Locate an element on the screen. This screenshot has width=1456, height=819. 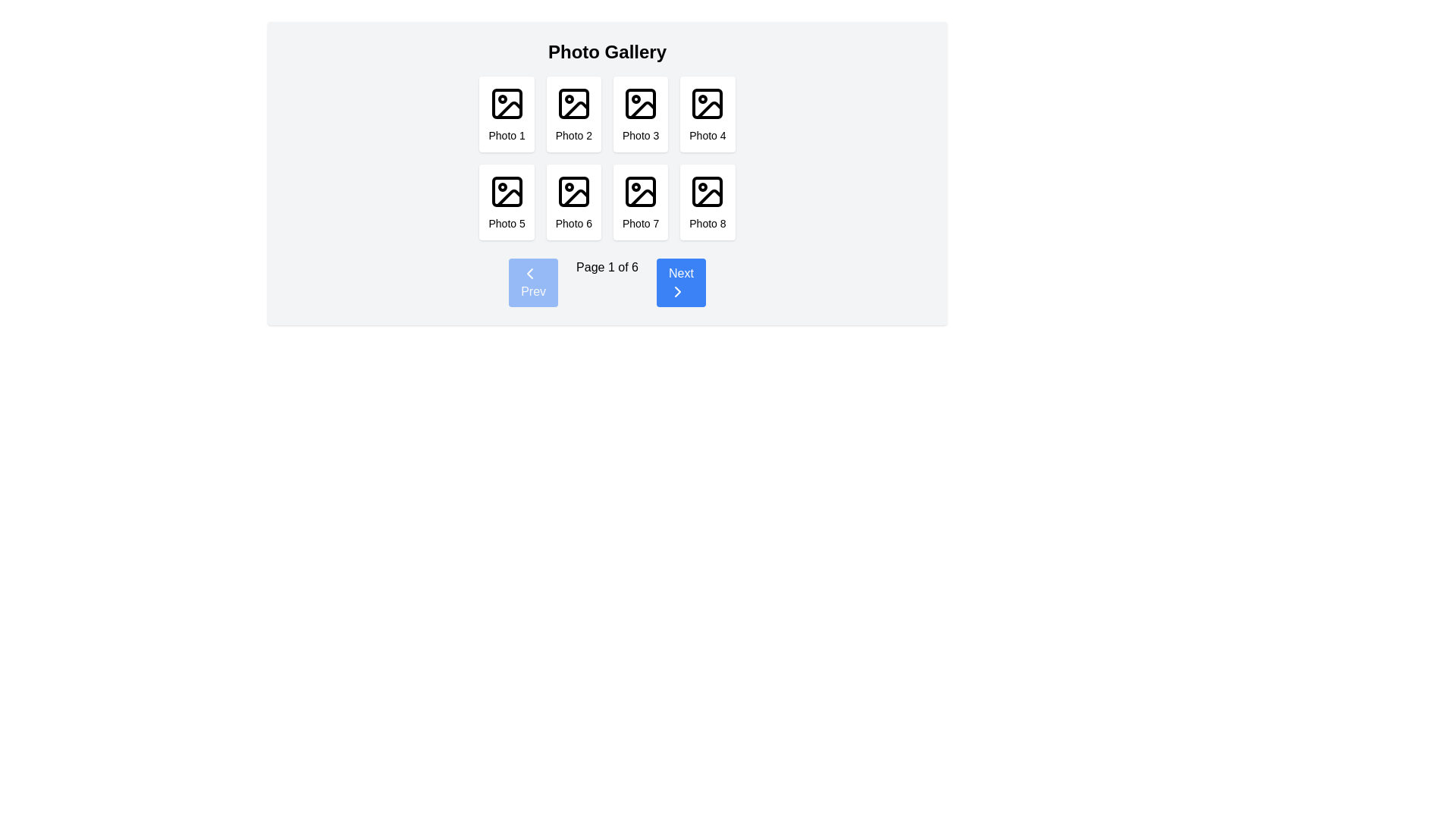
the tile labeled 'Photo 6' in the gallery is located at coordinates (573, 201).